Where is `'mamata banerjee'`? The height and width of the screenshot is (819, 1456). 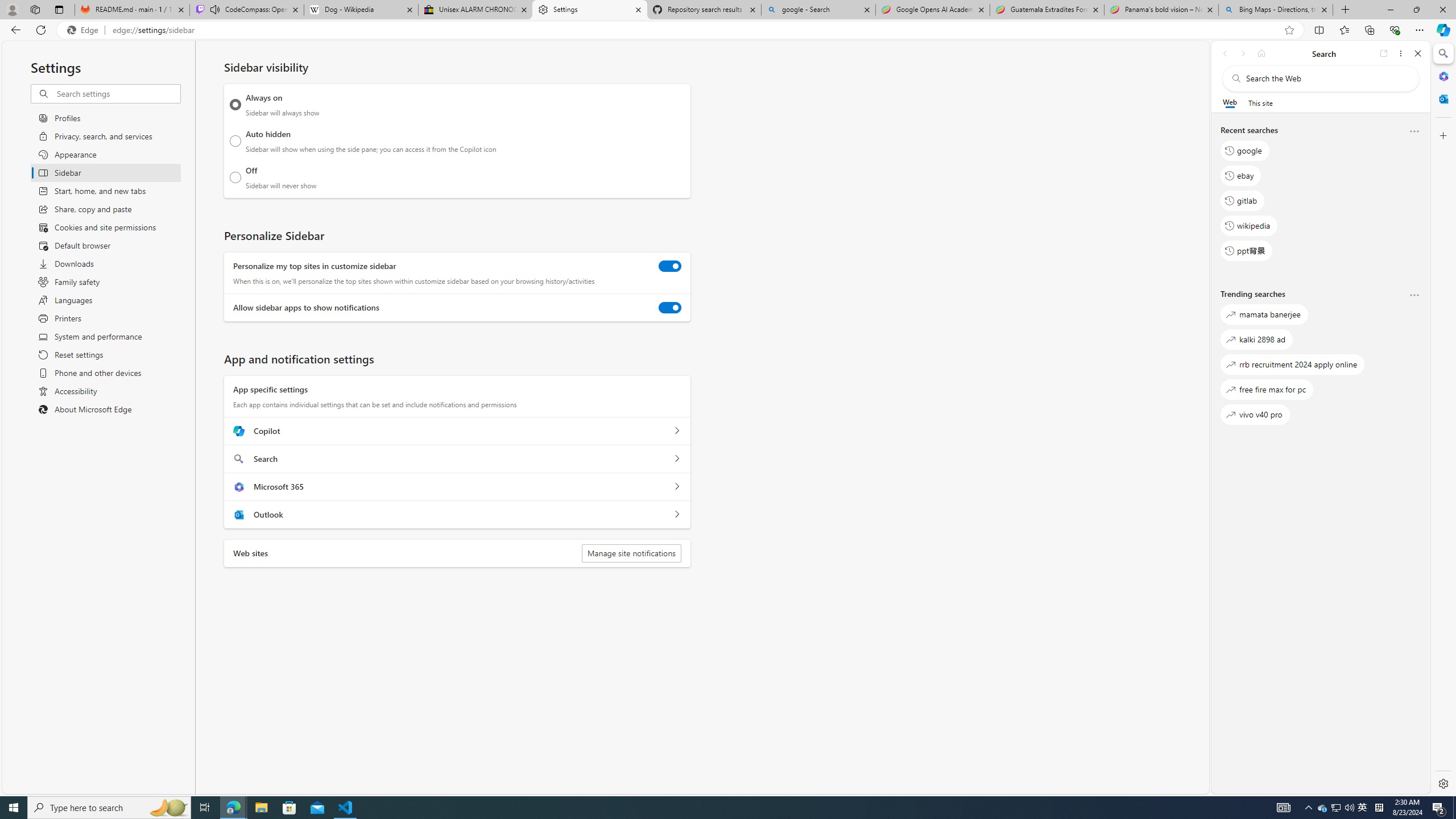 'mamata banerjee' is located at coordinates (1263, 314).